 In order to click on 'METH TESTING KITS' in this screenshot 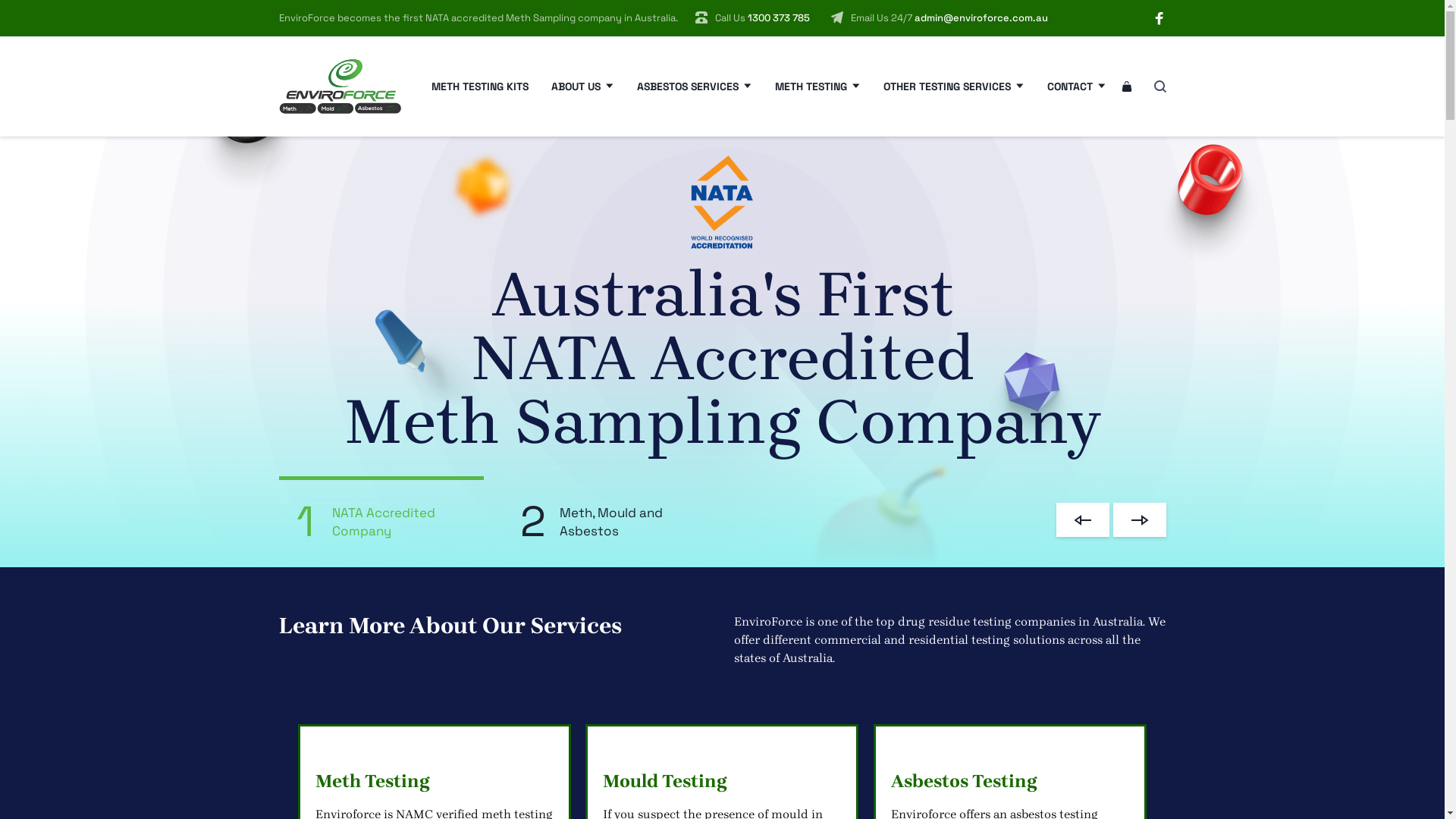, I will do `click(479, 86)`.